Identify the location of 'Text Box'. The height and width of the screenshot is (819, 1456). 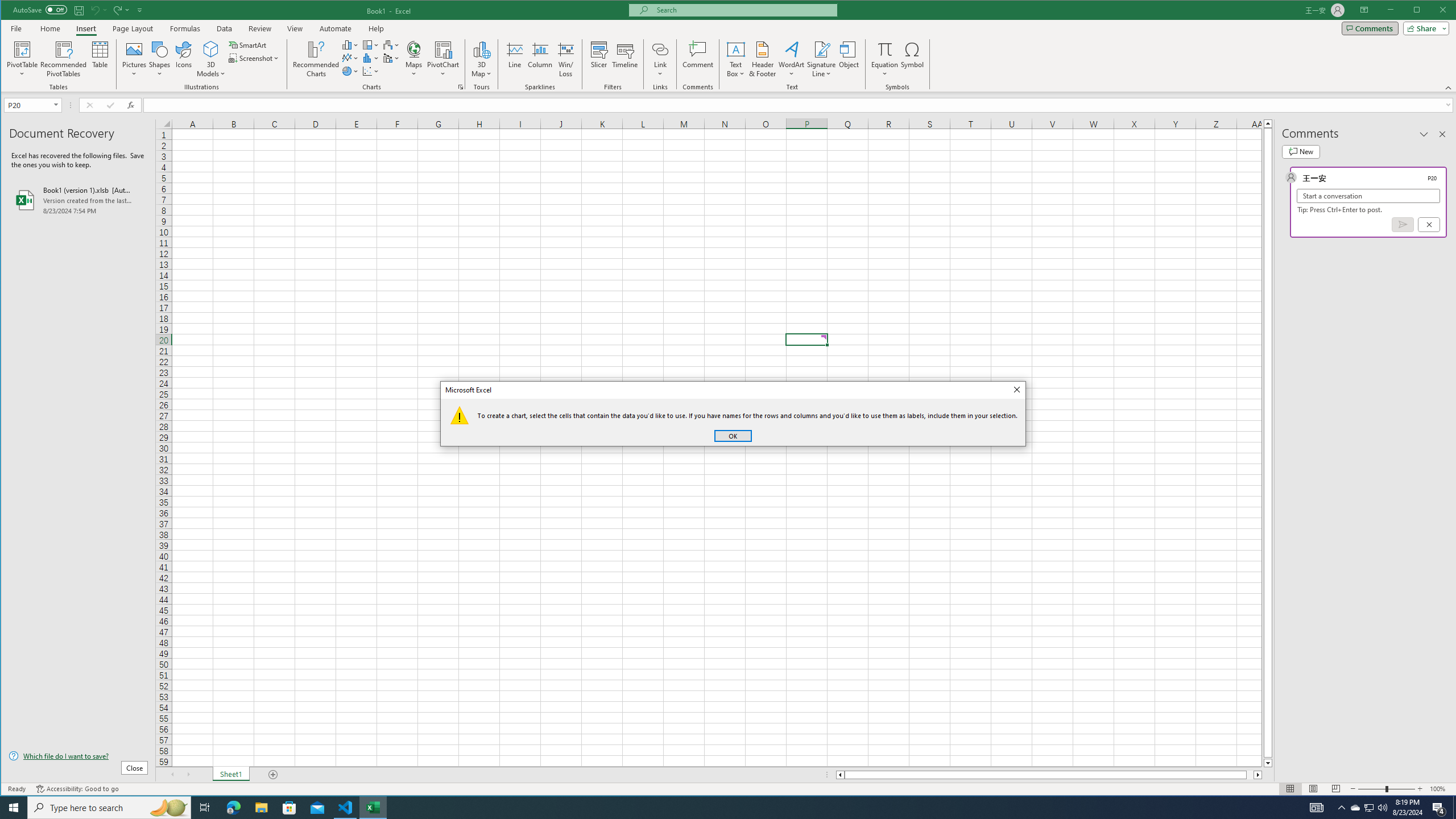
(735, 59).